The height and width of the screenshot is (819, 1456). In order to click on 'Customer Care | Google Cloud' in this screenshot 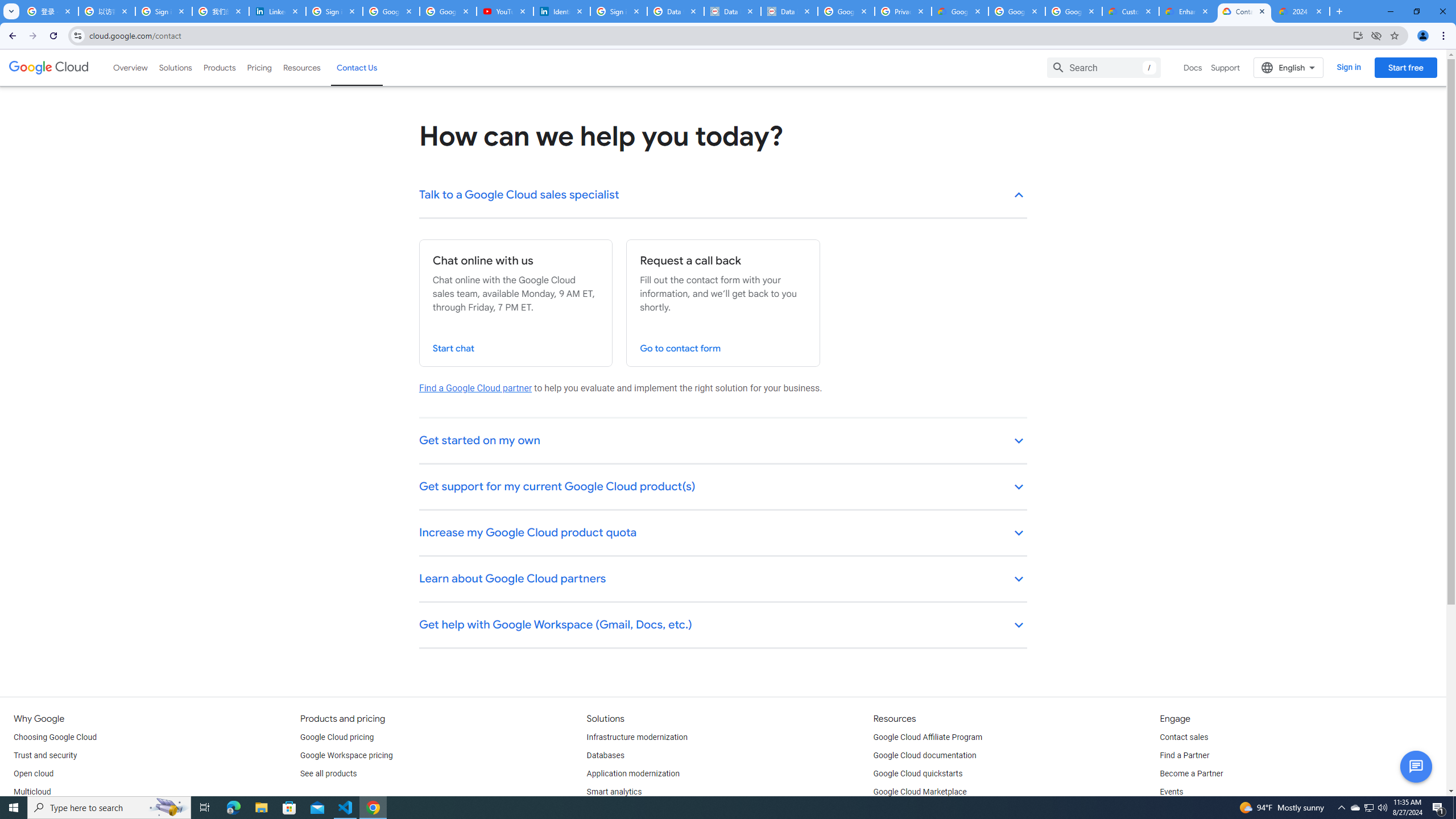, I will do `click(1131, 11)`.